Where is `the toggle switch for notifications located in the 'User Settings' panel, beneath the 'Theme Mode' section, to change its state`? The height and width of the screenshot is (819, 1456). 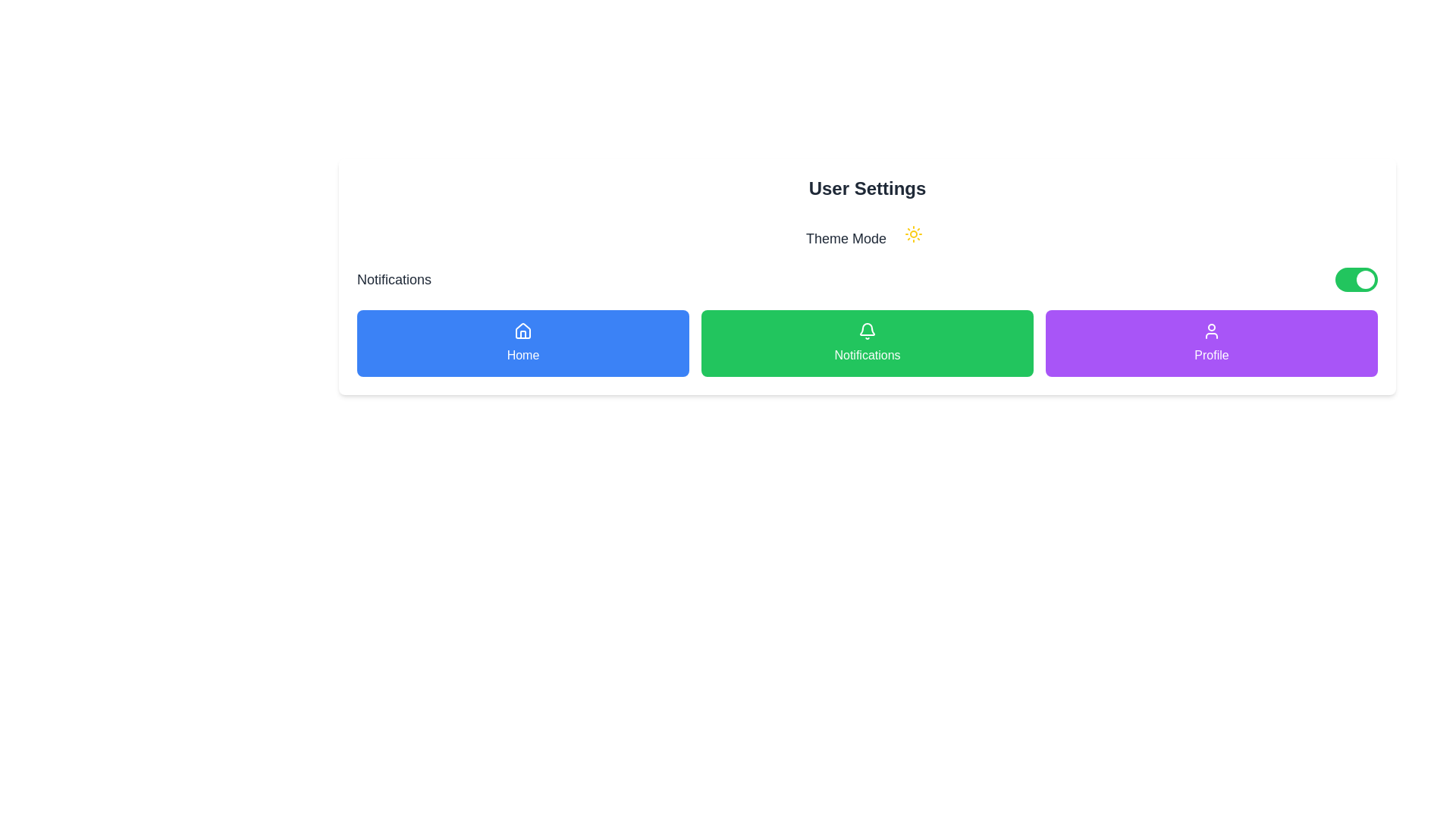
the toggle switch for notifications located in the 'User Settings' panel, beneath the 'Theme Mode' section, to change its state is located at coordinates (867, 280).